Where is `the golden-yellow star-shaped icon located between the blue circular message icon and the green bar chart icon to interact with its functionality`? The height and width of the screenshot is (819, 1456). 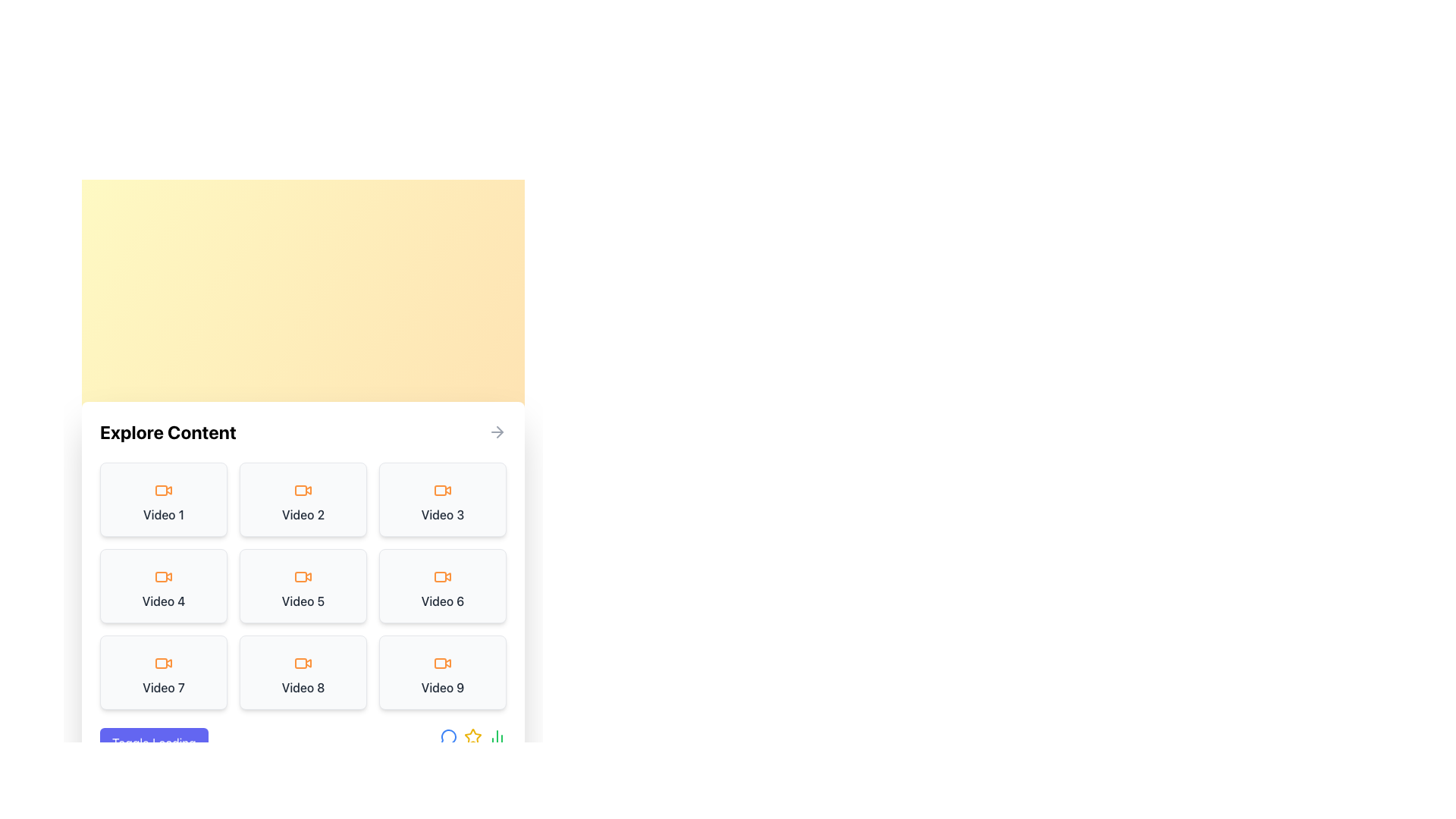
the golden-yellow star-shaped icon located between the blue circular message icon and the green bar chart icon to interact with its functionality is located at coordinates (472, 736).